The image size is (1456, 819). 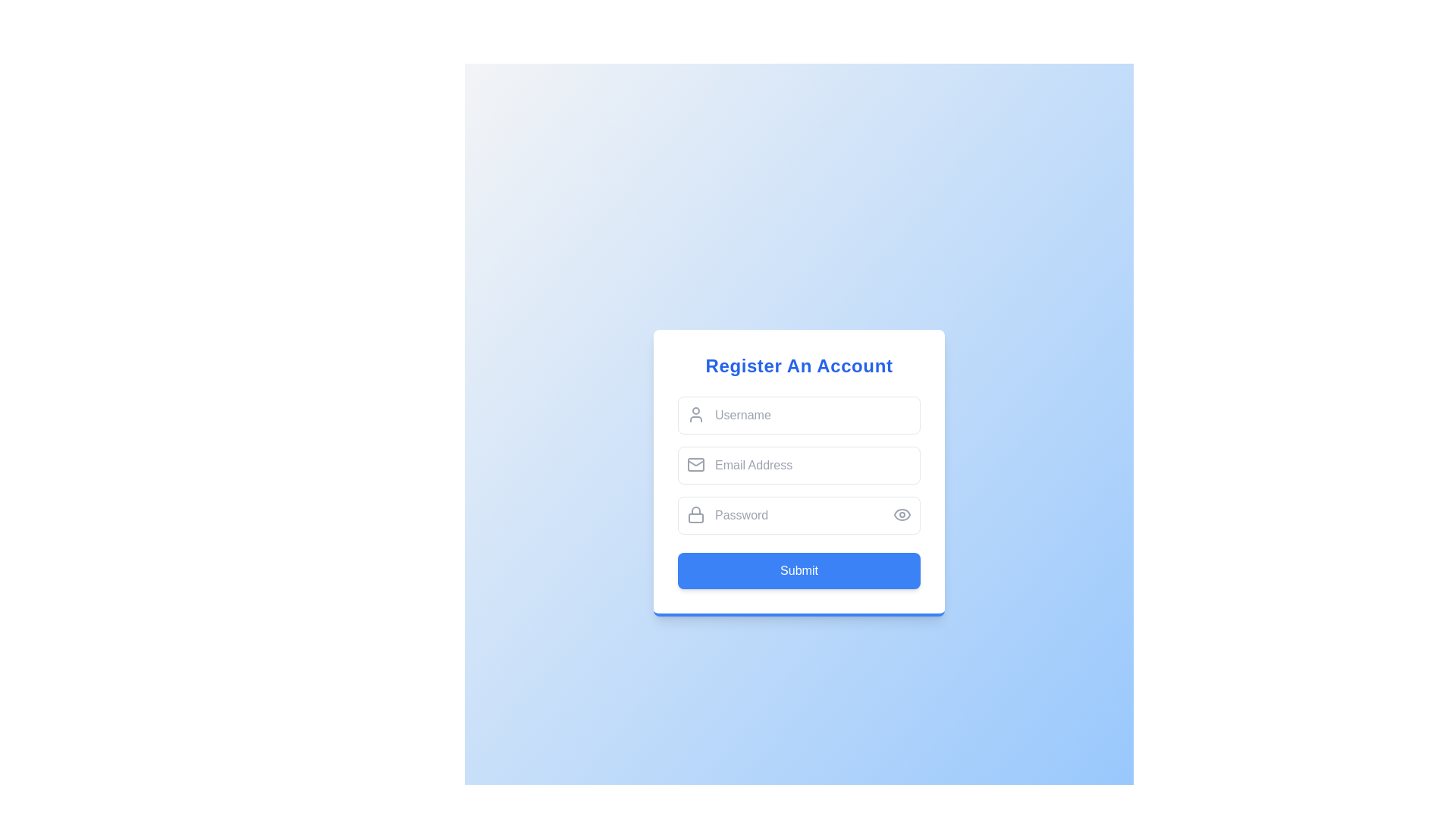 What do you see at coordinates (799, 366) in the screenshot?
I see `text from the header displaying 'Register An Account', which is styled in bold, blue font and is centered at the top of the registration form` at bounding box center [799, 366].